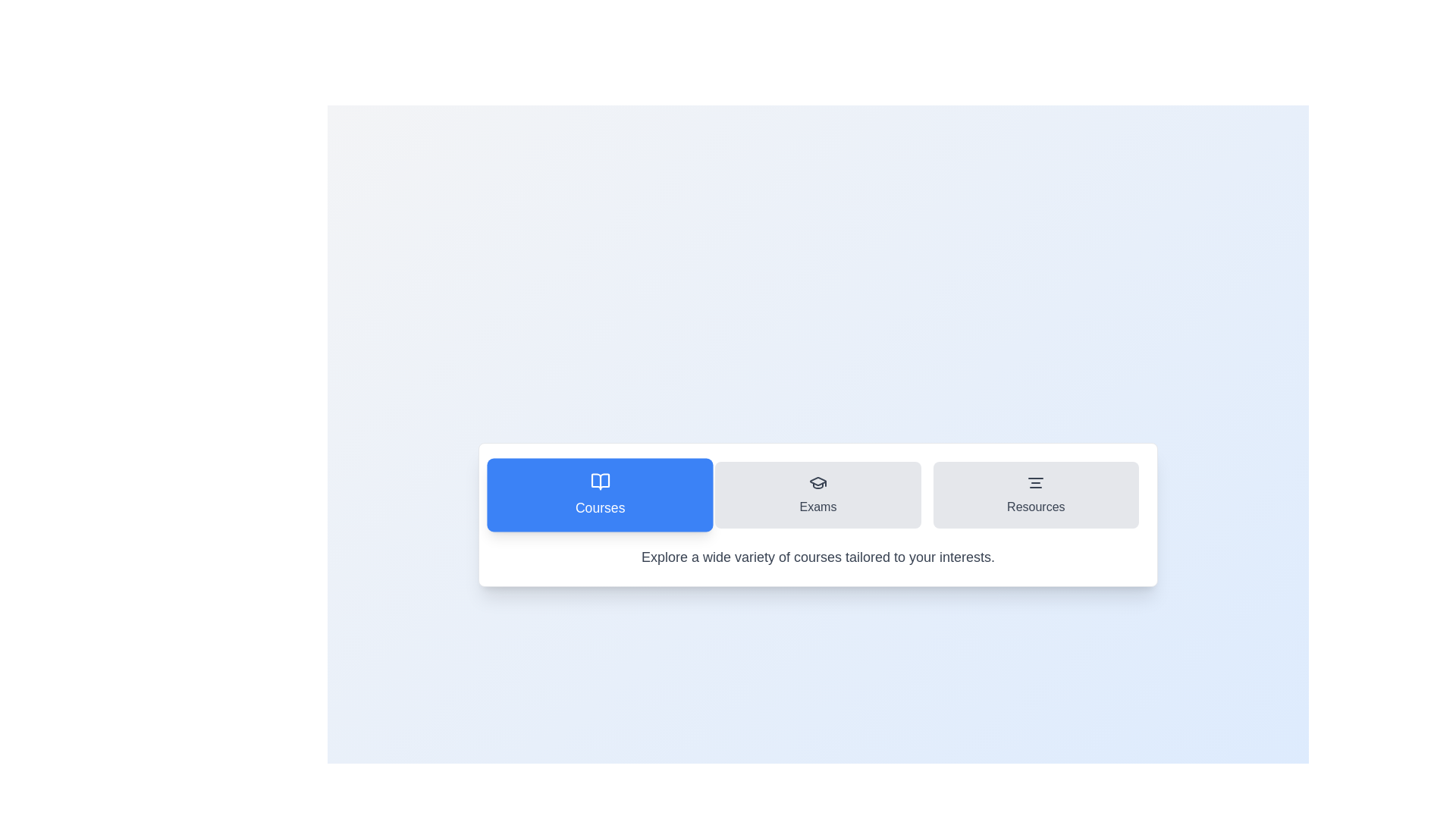 The width and height of the screenshot is (1456, 819). What do you see at coordinates (599, 494) in the screenshot?
I see `the Courses tab by clicking its button` at bounding box center [599, 494].